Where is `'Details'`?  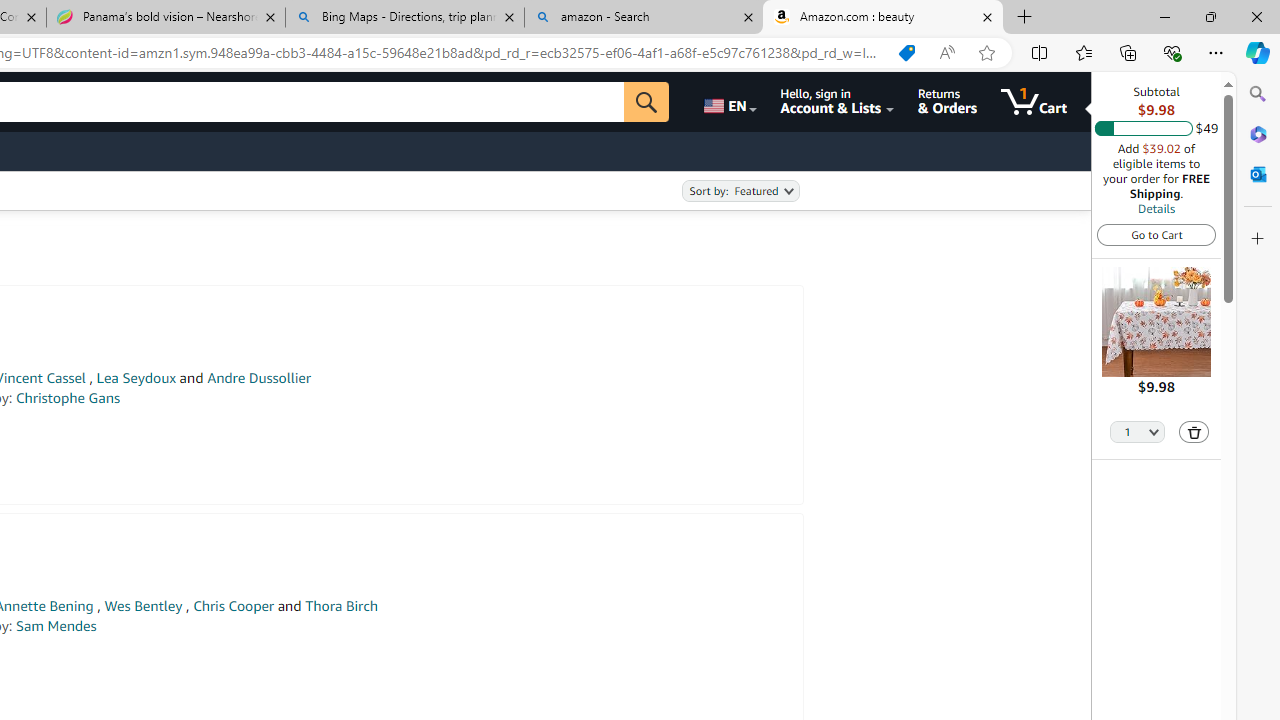 'Details' is located at coordinates (1156, 208).